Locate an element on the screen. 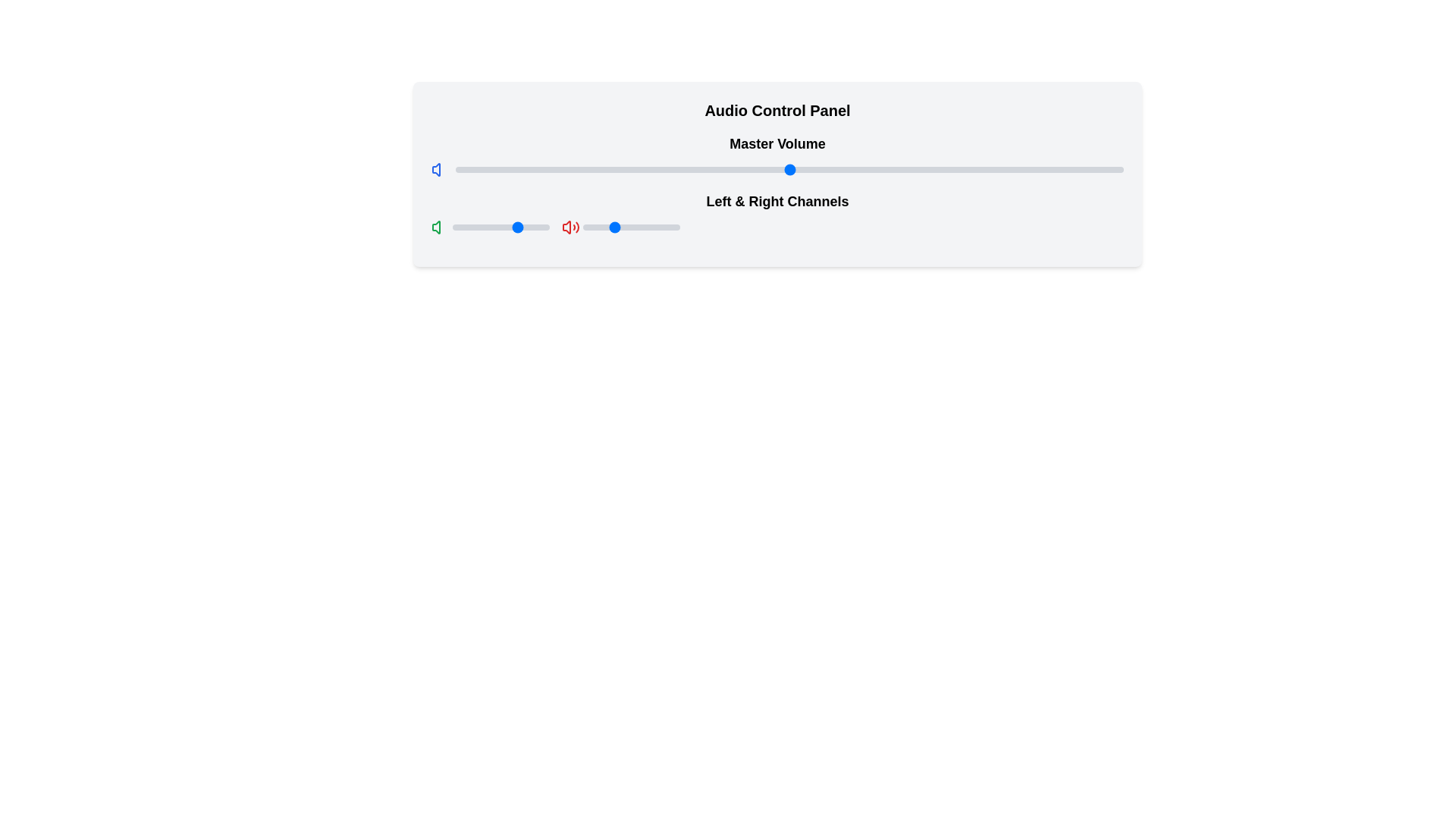 Image resolution: width=1456 pixels, height=819 pixels. the master volume level is located at coordinates (808, 169).